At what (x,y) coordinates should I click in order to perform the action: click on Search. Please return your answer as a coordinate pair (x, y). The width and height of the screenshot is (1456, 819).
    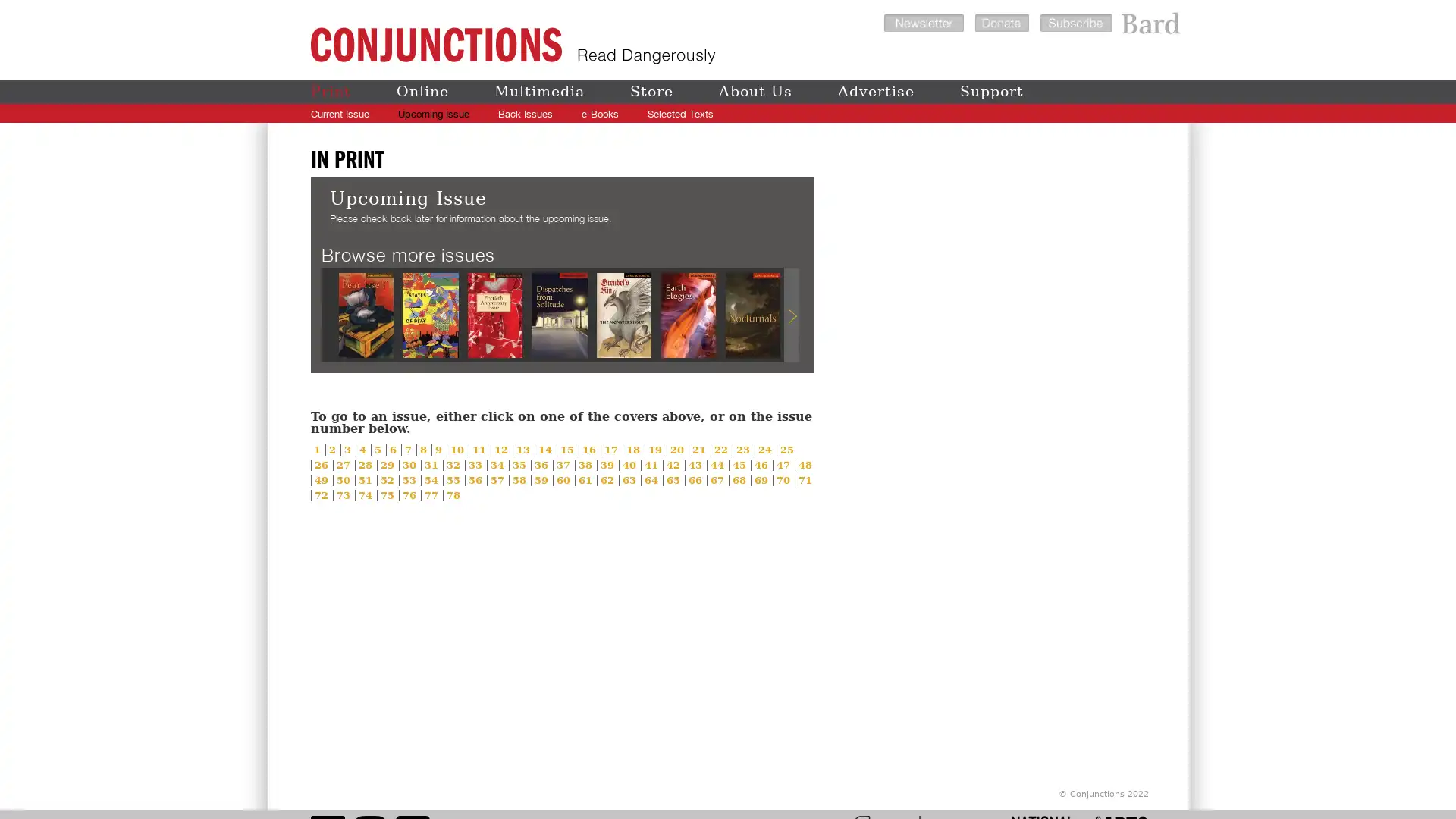
    Looking at the image, I should click on (1140, 113).